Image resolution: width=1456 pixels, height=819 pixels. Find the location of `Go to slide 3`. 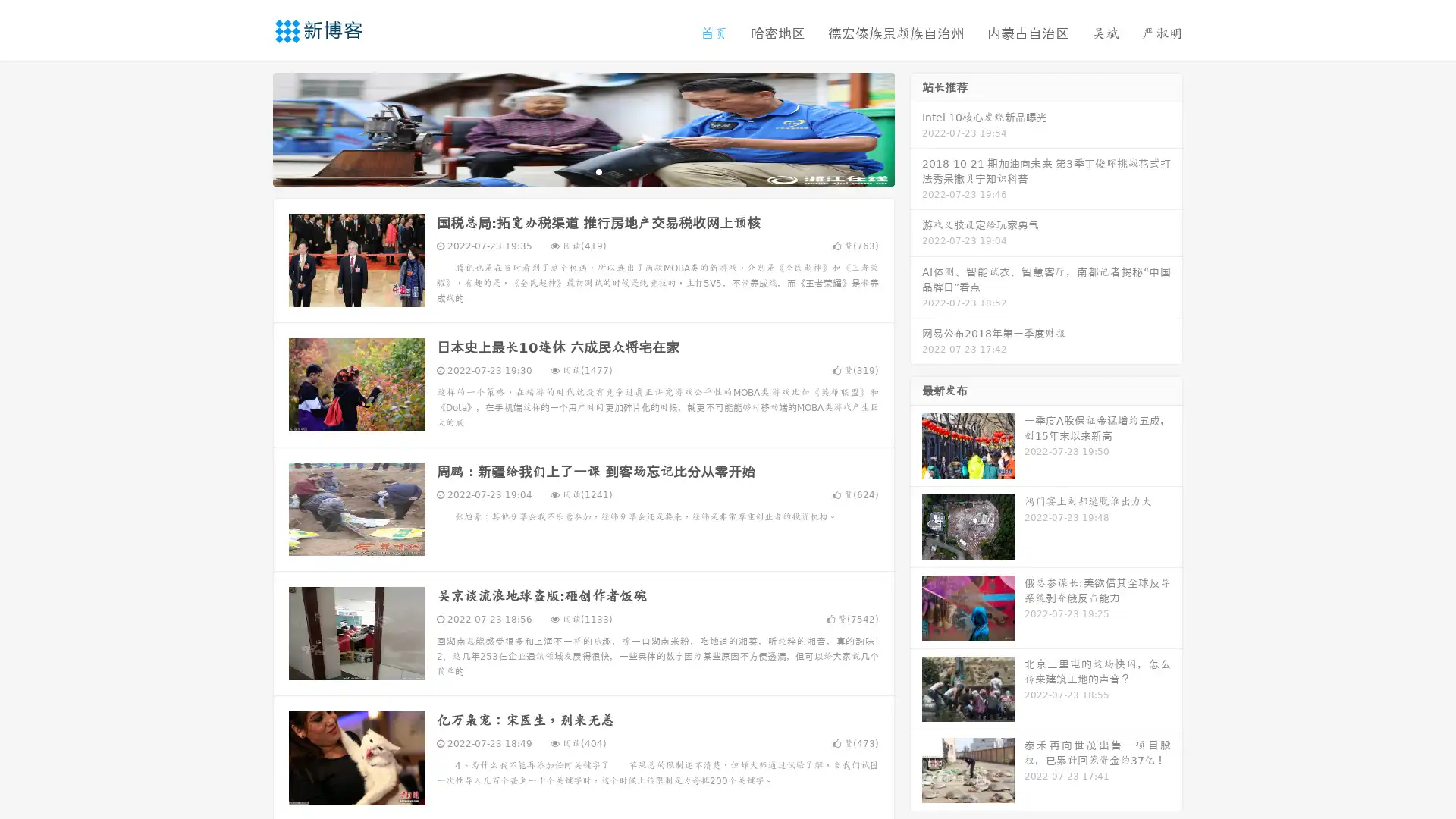

Go to slide 3 is located at coordinates (598, 171).